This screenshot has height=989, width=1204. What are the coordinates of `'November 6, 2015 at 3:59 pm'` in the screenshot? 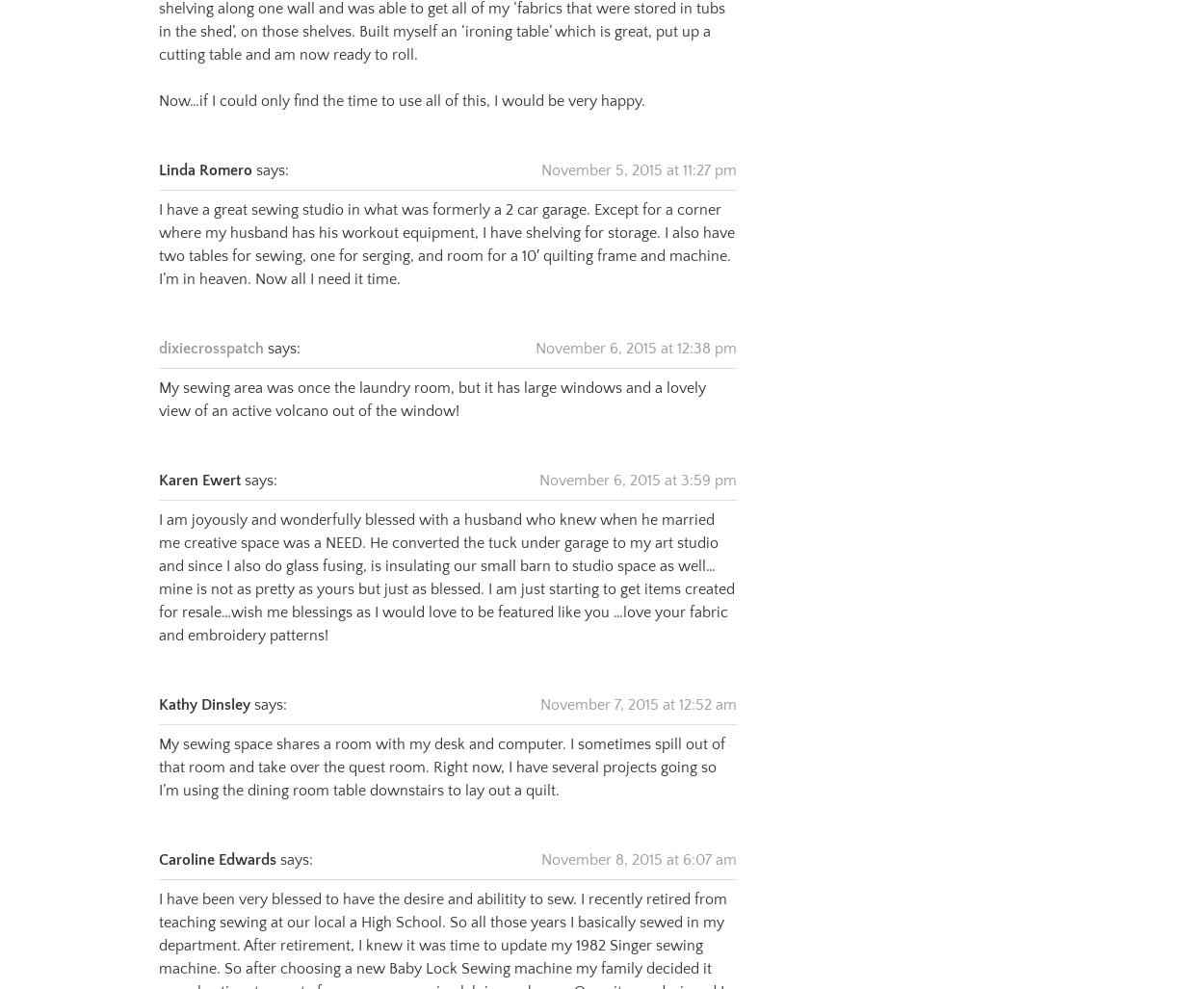 It's located at (638, 455).